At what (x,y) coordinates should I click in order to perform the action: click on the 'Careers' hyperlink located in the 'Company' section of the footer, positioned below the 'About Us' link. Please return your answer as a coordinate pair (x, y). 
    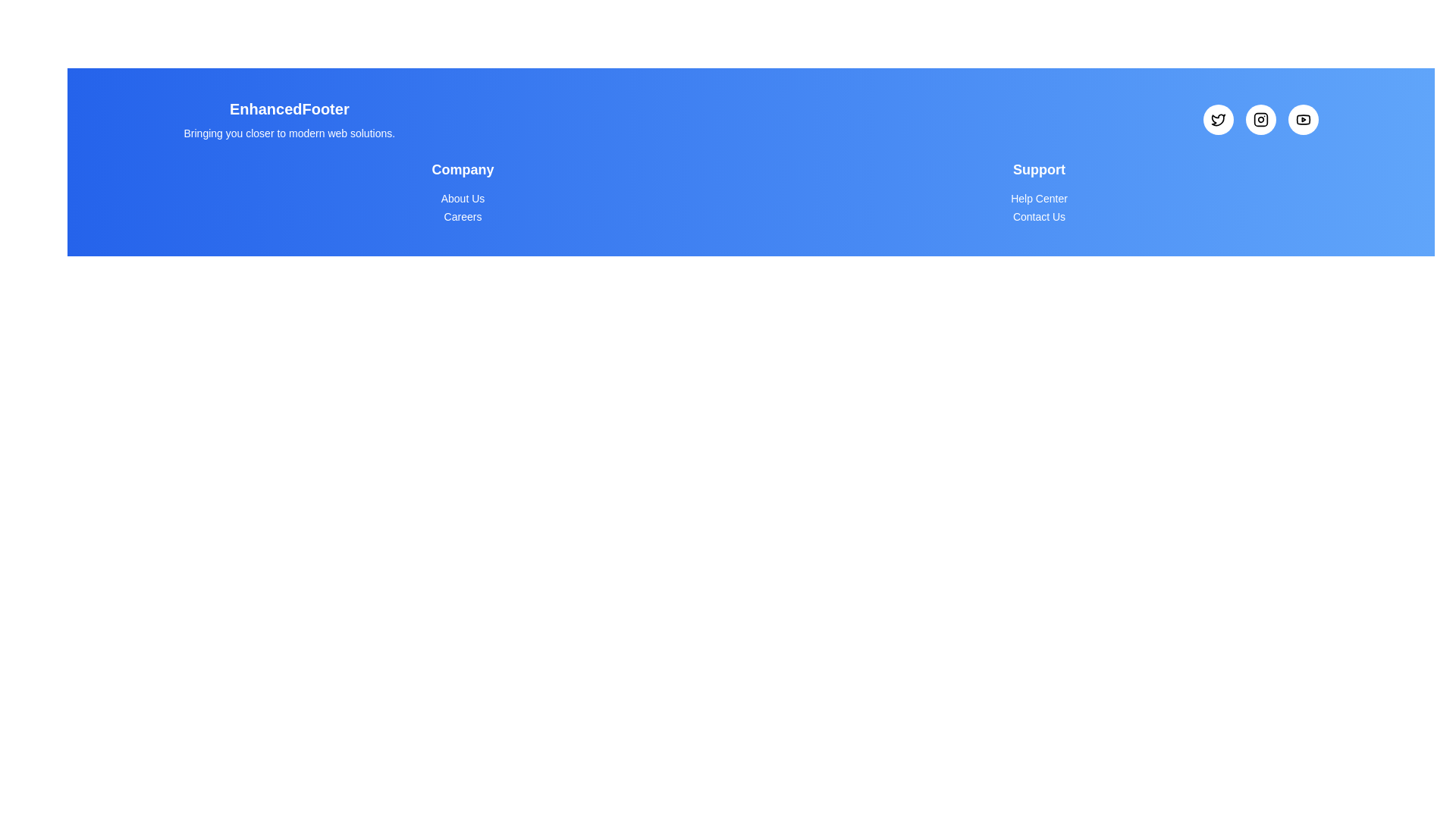
    Looking at the image, I should click on (461, 216).